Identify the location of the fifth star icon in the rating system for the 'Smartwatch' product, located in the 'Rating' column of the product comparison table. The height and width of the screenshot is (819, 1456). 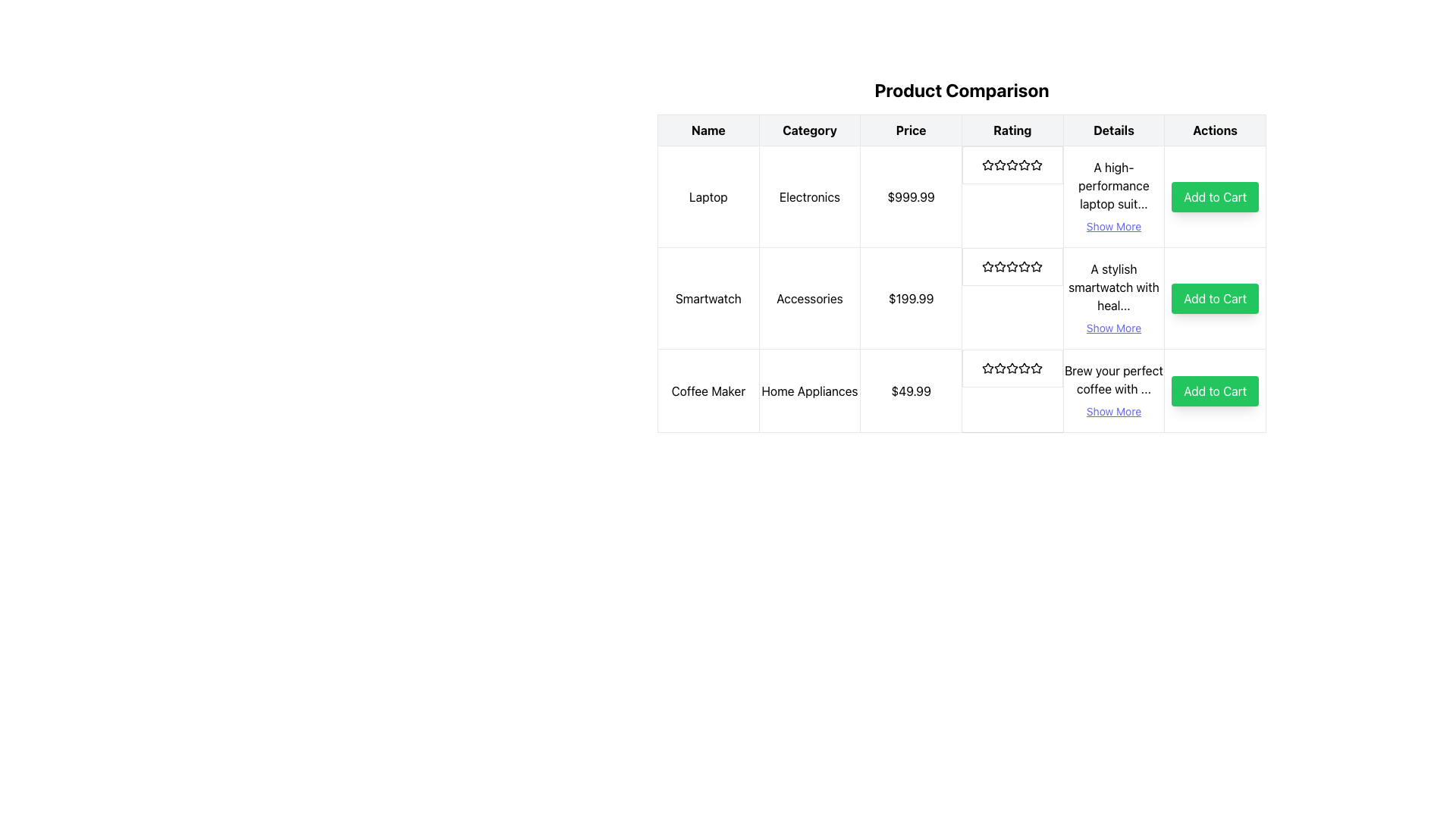
(1036, 265).